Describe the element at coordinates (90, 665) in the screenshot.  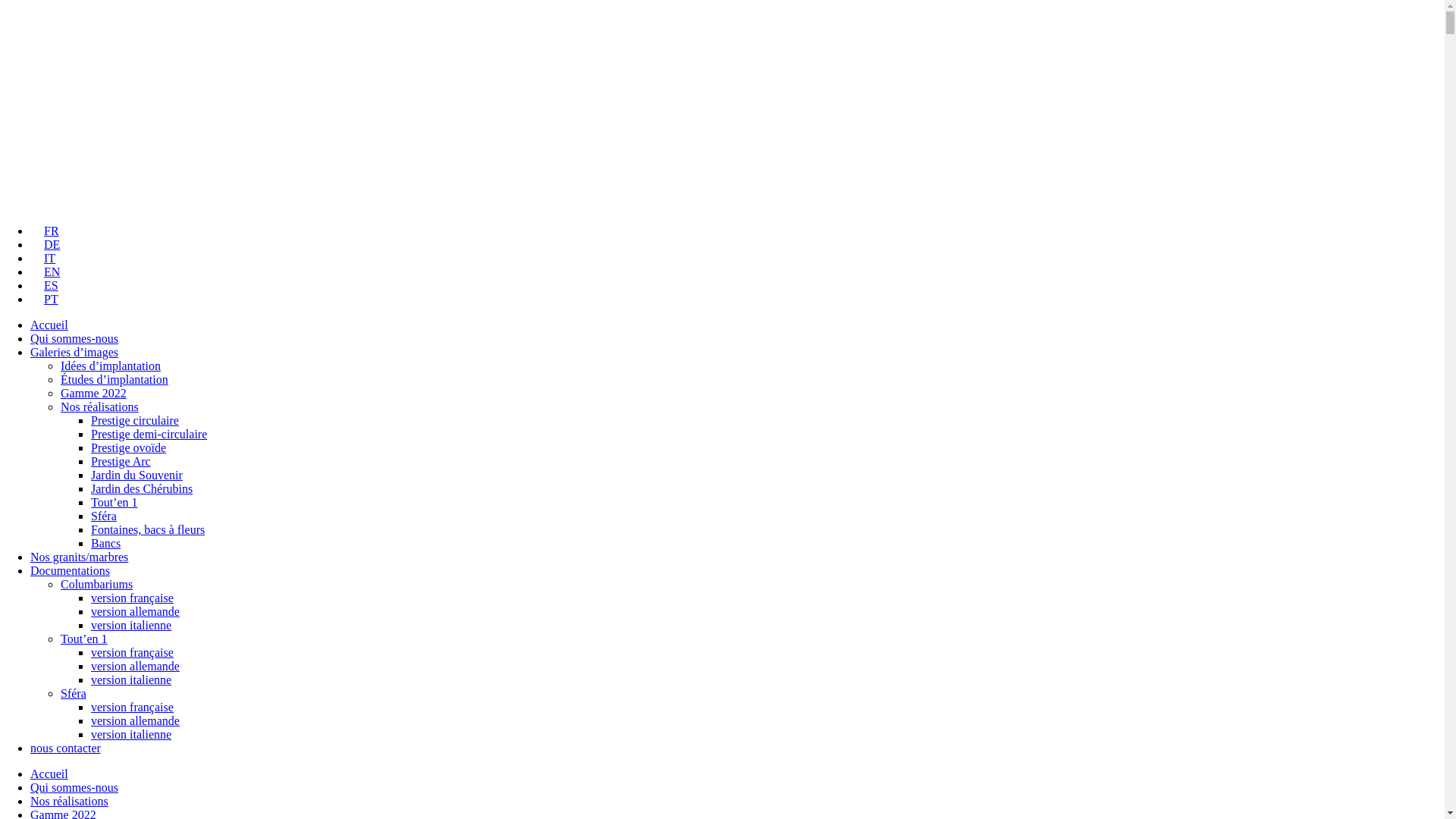
I see `'version allemande'` at that location.